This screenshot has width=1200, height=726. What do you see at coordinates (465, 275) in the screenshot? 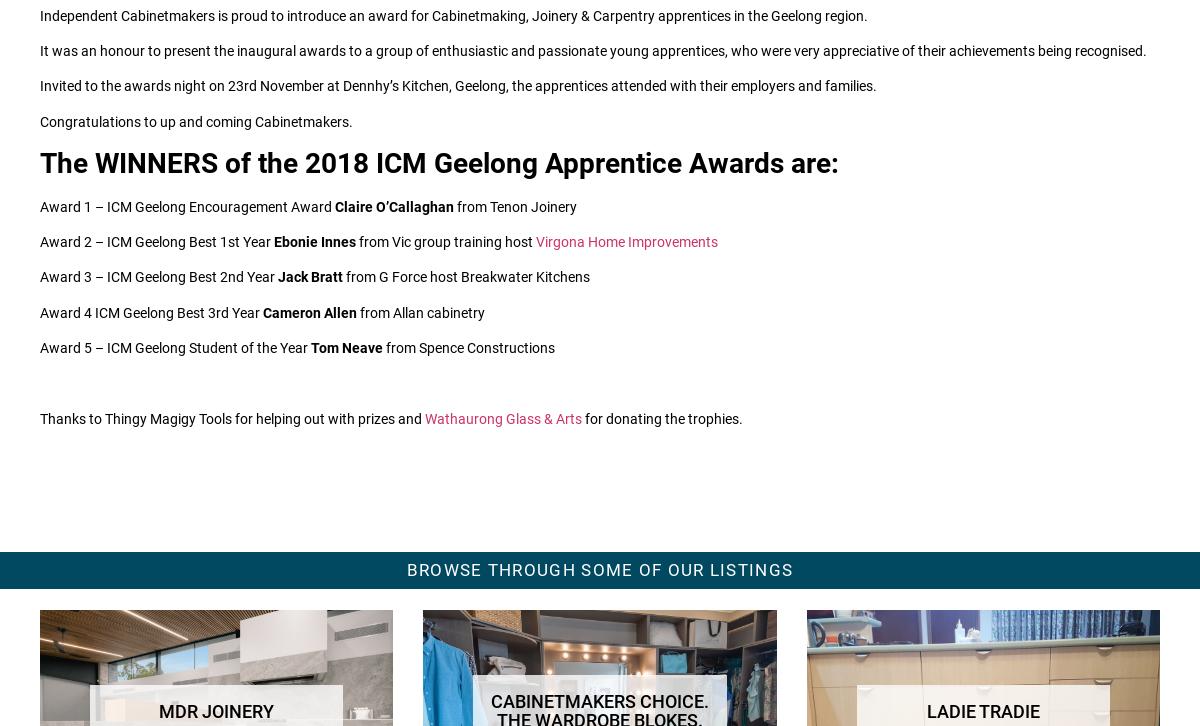
I see `'from G Force host Breakwater Kitchens'` at bounding box center [465, 275].